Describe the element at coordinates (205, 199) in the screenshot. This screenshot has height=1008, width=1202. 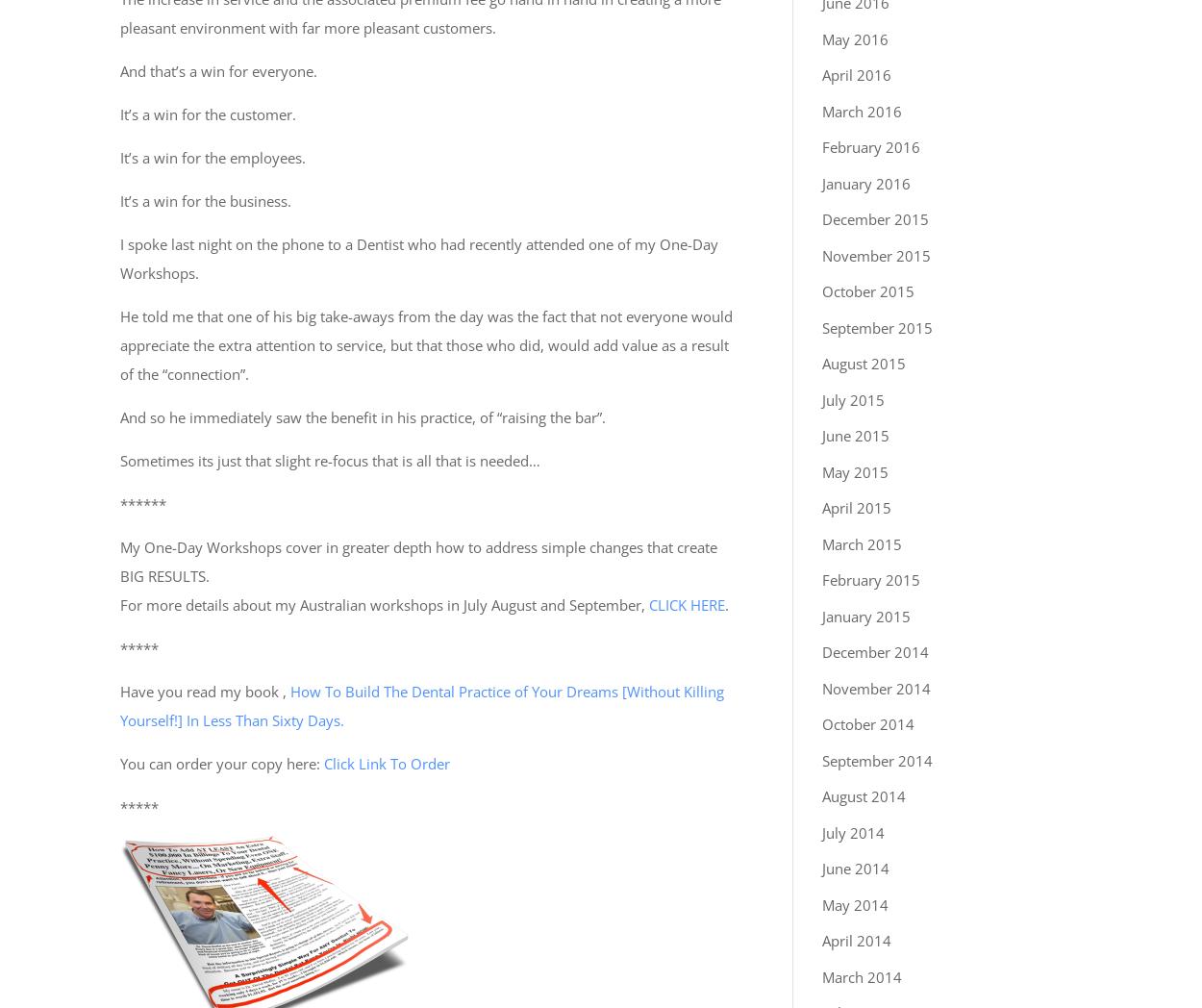
I see `'It’s a win for the business.'` at that location.